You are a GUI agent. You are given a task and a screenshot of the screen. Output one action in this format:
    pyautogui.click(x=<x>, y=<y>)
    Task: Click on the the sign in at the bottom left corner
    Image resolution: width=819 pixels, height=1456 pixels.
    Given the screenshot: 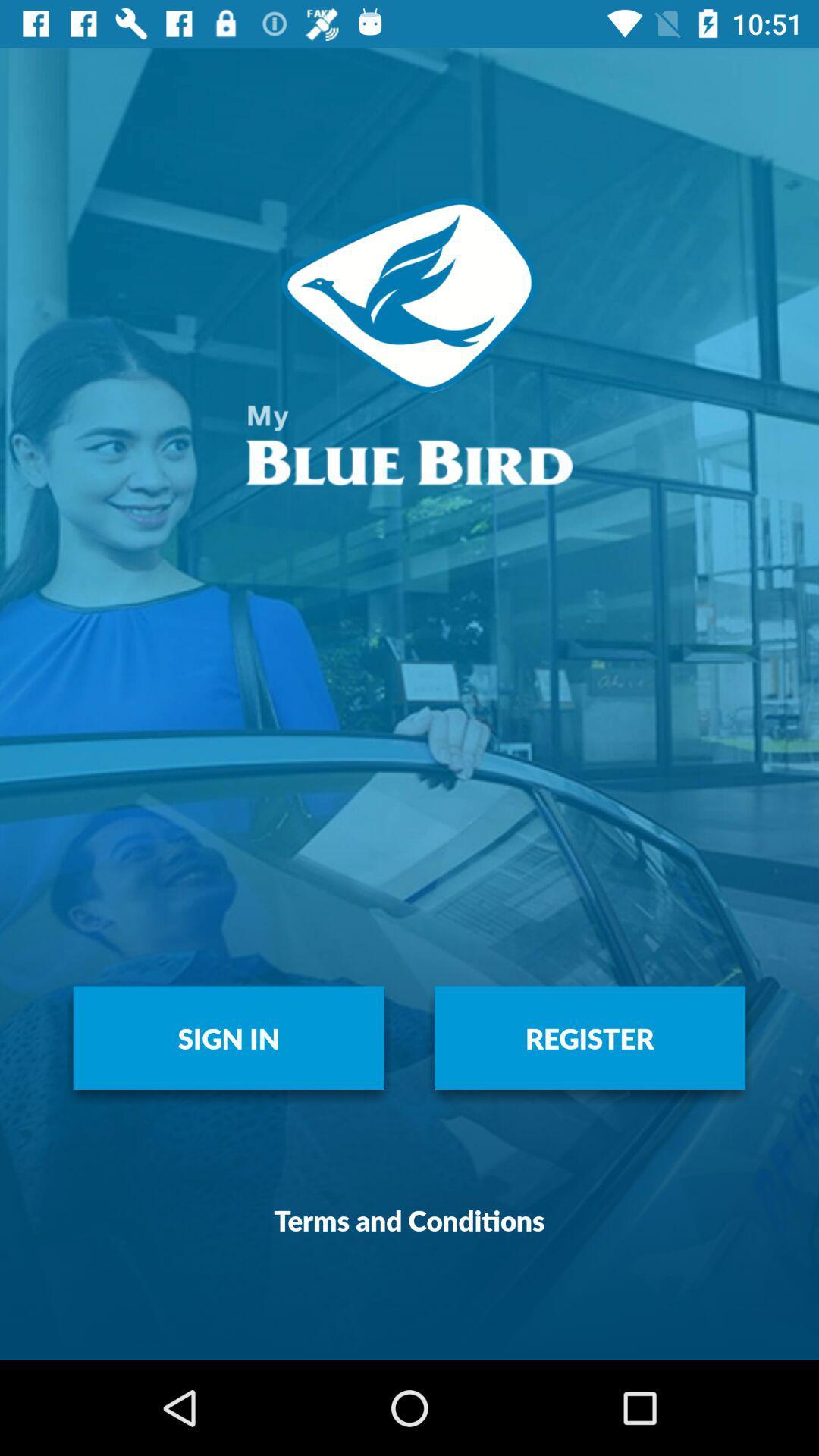 What is the action you would take?
    pyautogui.click(x=228, y=1037)
    